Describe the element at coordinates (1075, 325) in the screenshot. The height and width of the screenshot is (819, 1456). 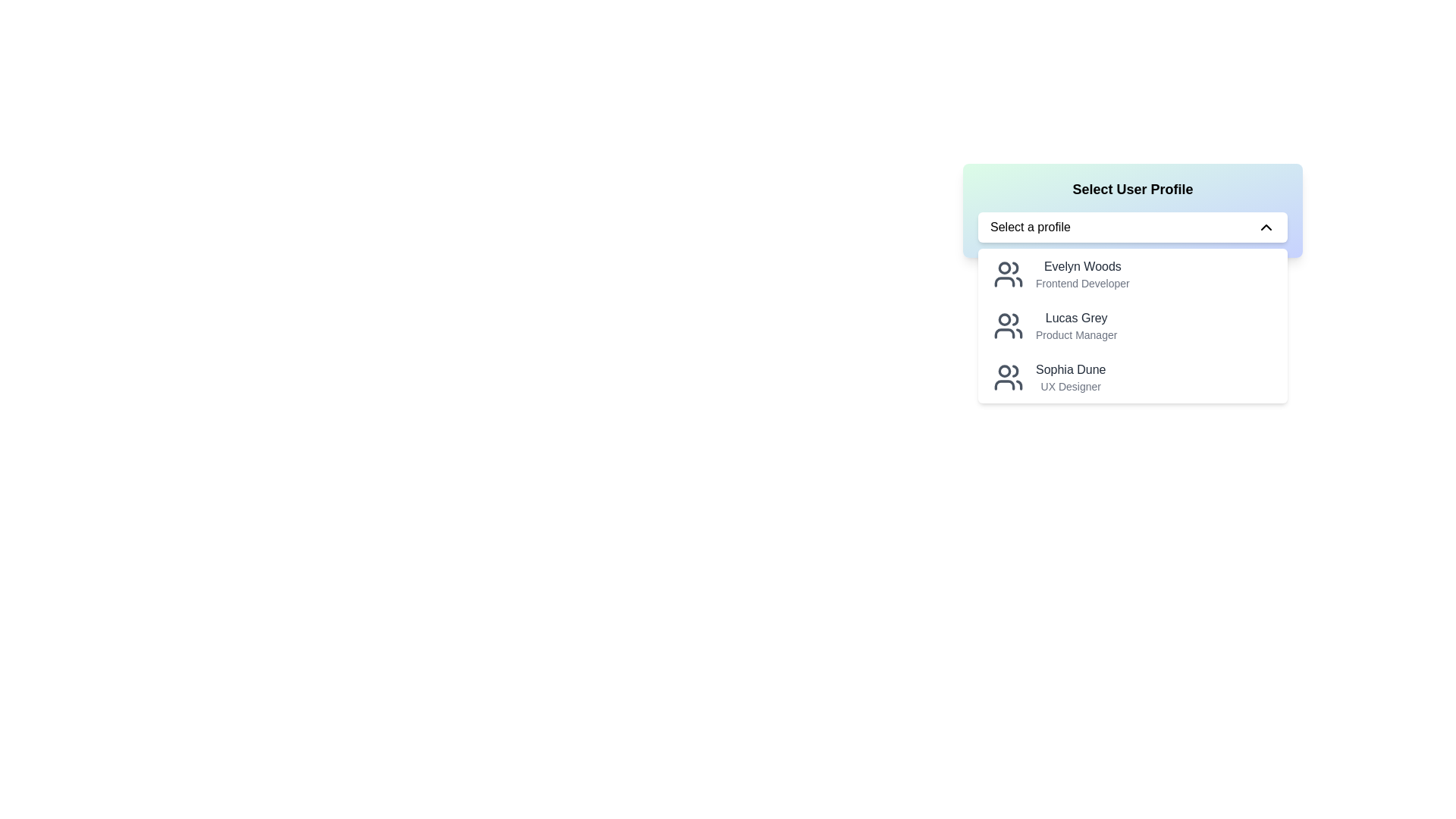
I see `the second item in the user profile selection list, which displays the name and title of an individual user` at that location.